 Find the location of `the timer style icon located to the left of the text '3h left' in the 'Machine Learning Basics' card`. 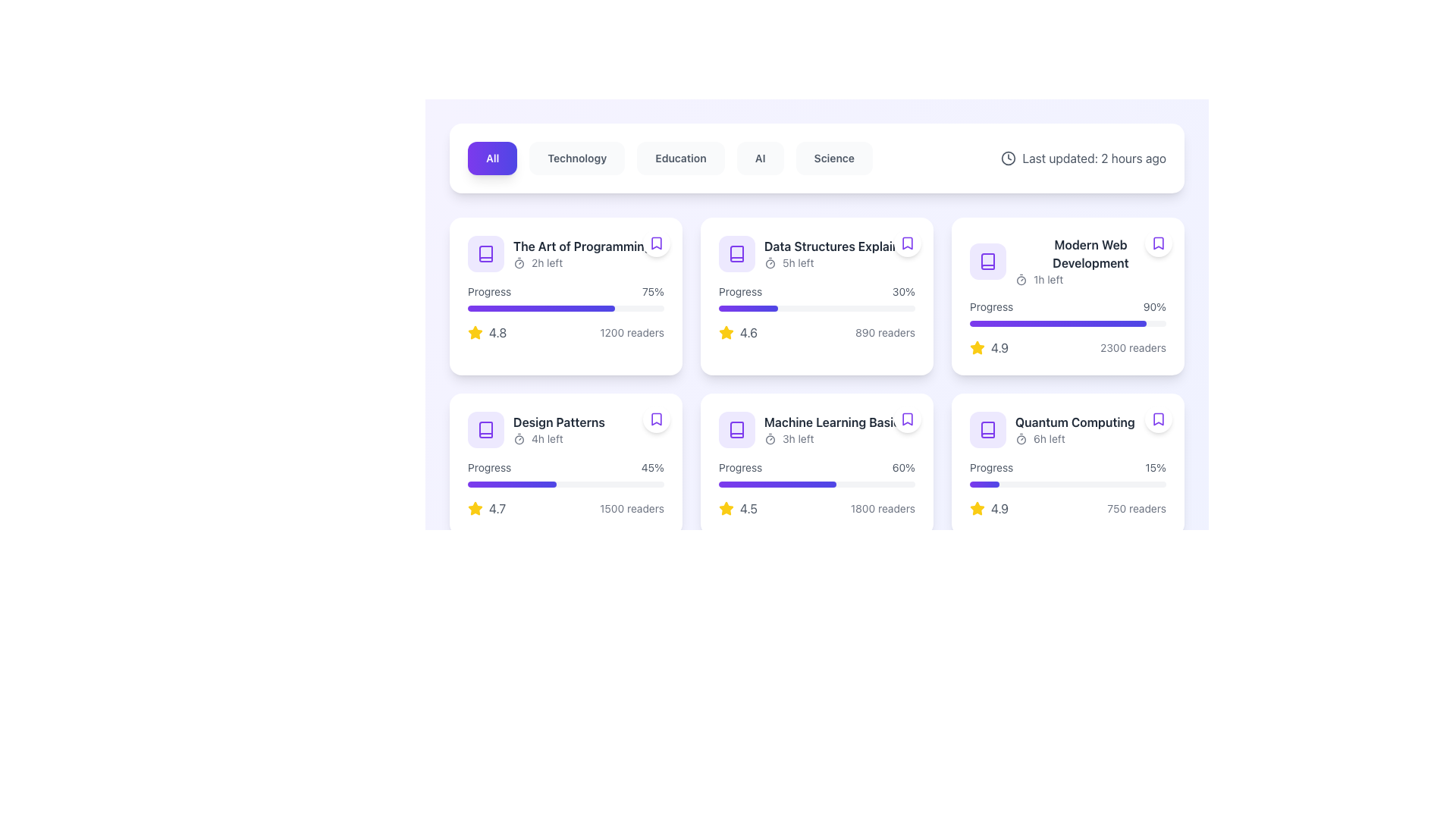

the timer style icon located to the left of the text '3h left' in the 'Machine Learning Basics' card is located at coordinates (770, 438).